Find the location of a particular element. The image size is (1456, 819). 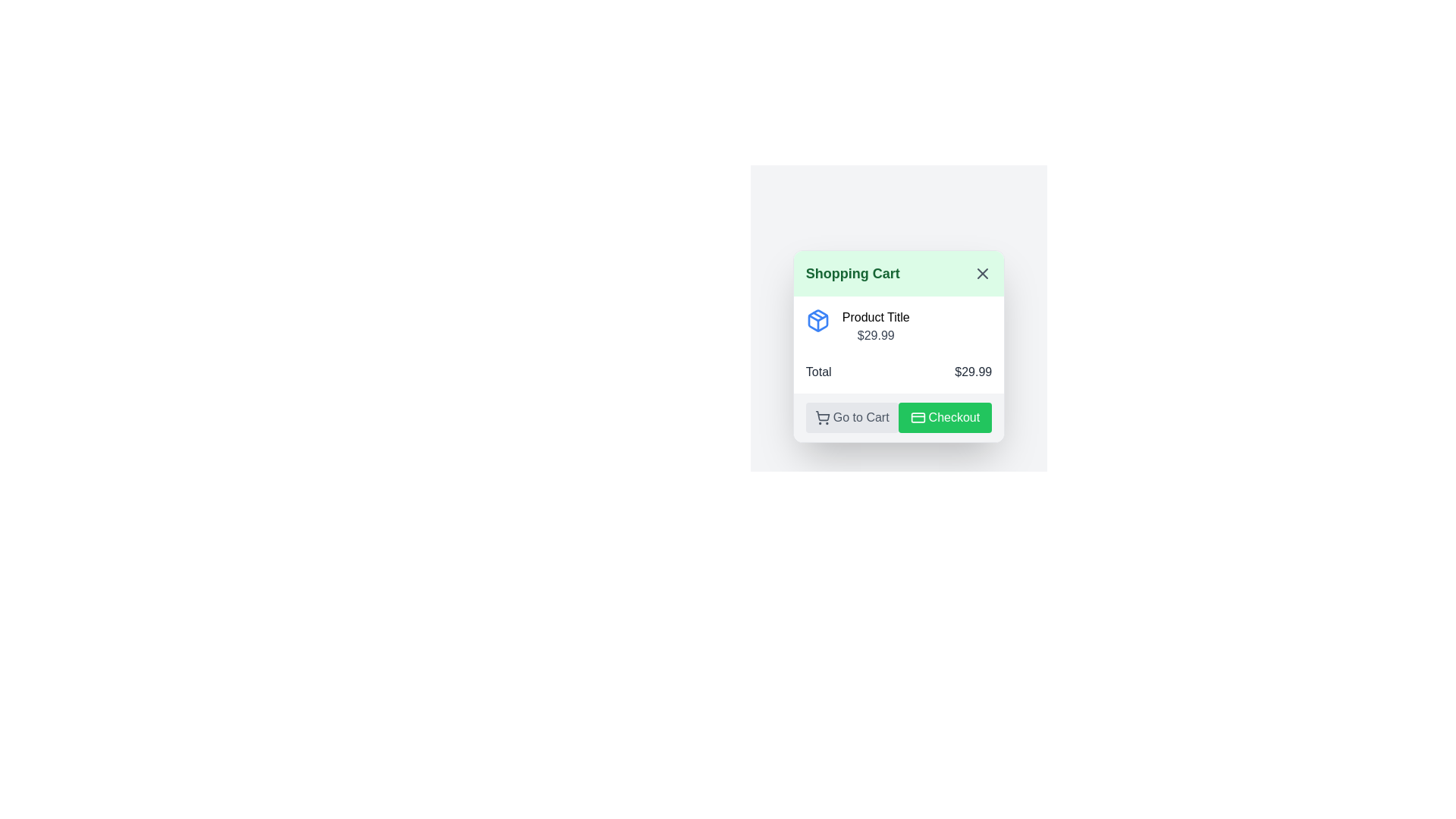

the bold text label reading 'Shopping Cart' displayed in a large, green-styled font, located at the top of a light green background box in the shopping cart dialog is located at coordinates (852, 274).